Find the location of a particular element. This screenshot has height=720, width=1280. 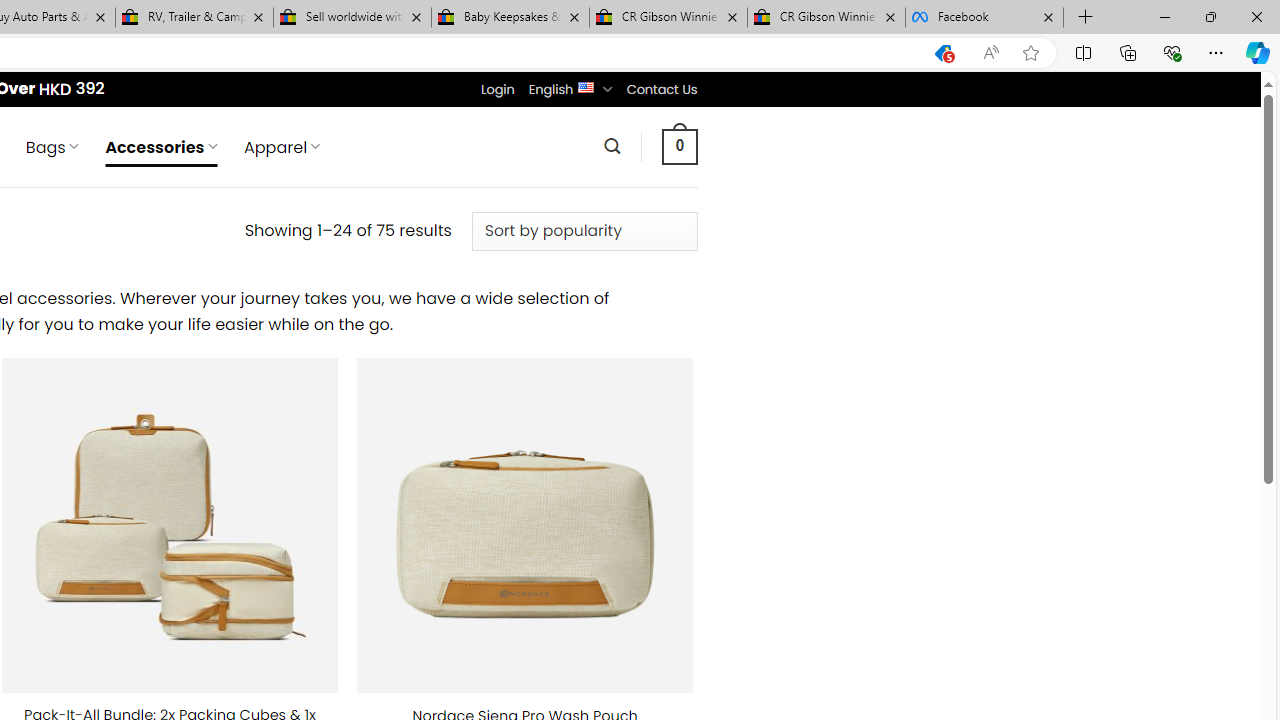

'Shop order' is located at coordinates (583, 230).